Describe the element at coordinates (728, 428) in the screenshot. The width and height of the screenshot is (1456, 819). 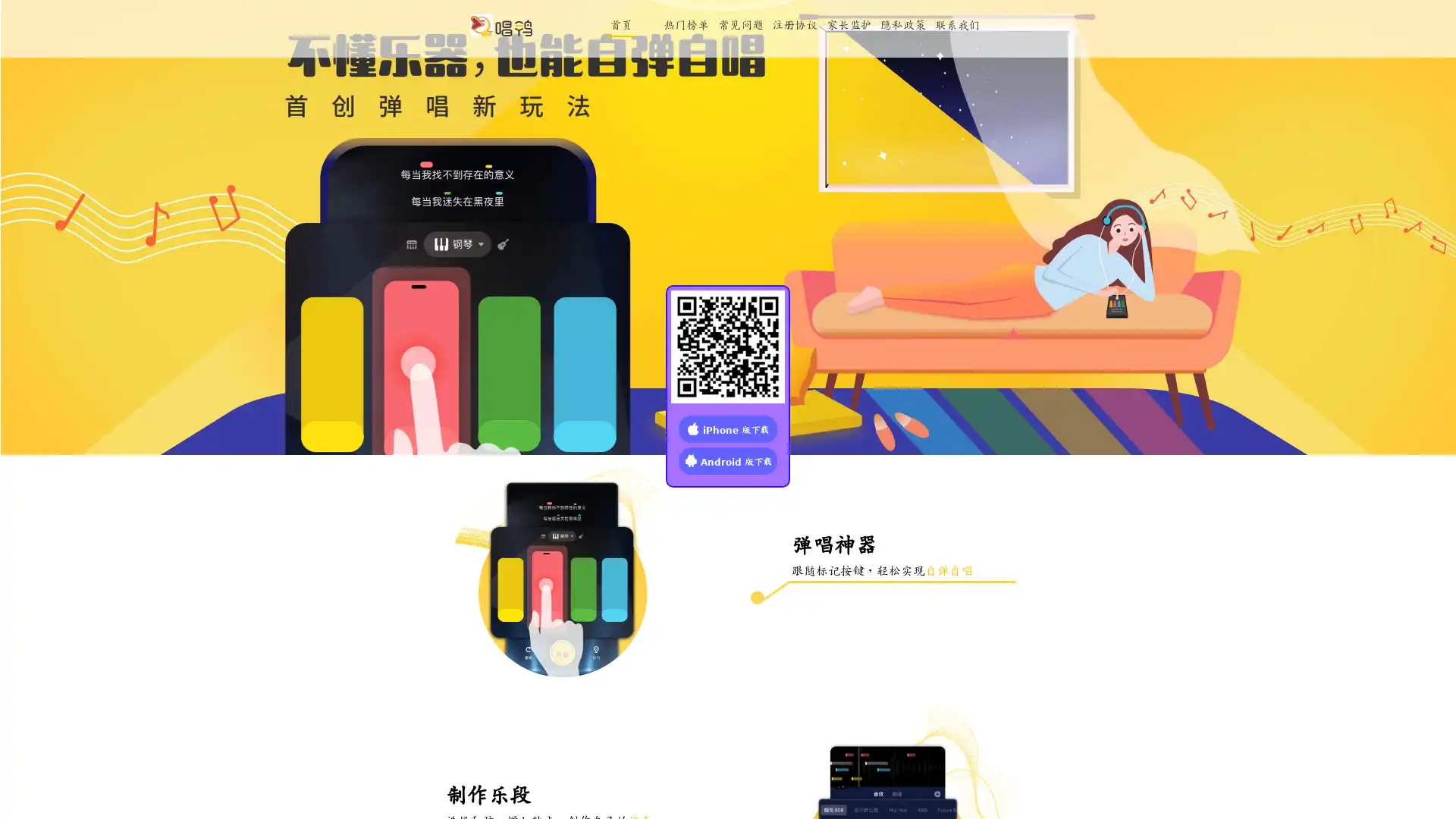
I see `iPhone` at that location.